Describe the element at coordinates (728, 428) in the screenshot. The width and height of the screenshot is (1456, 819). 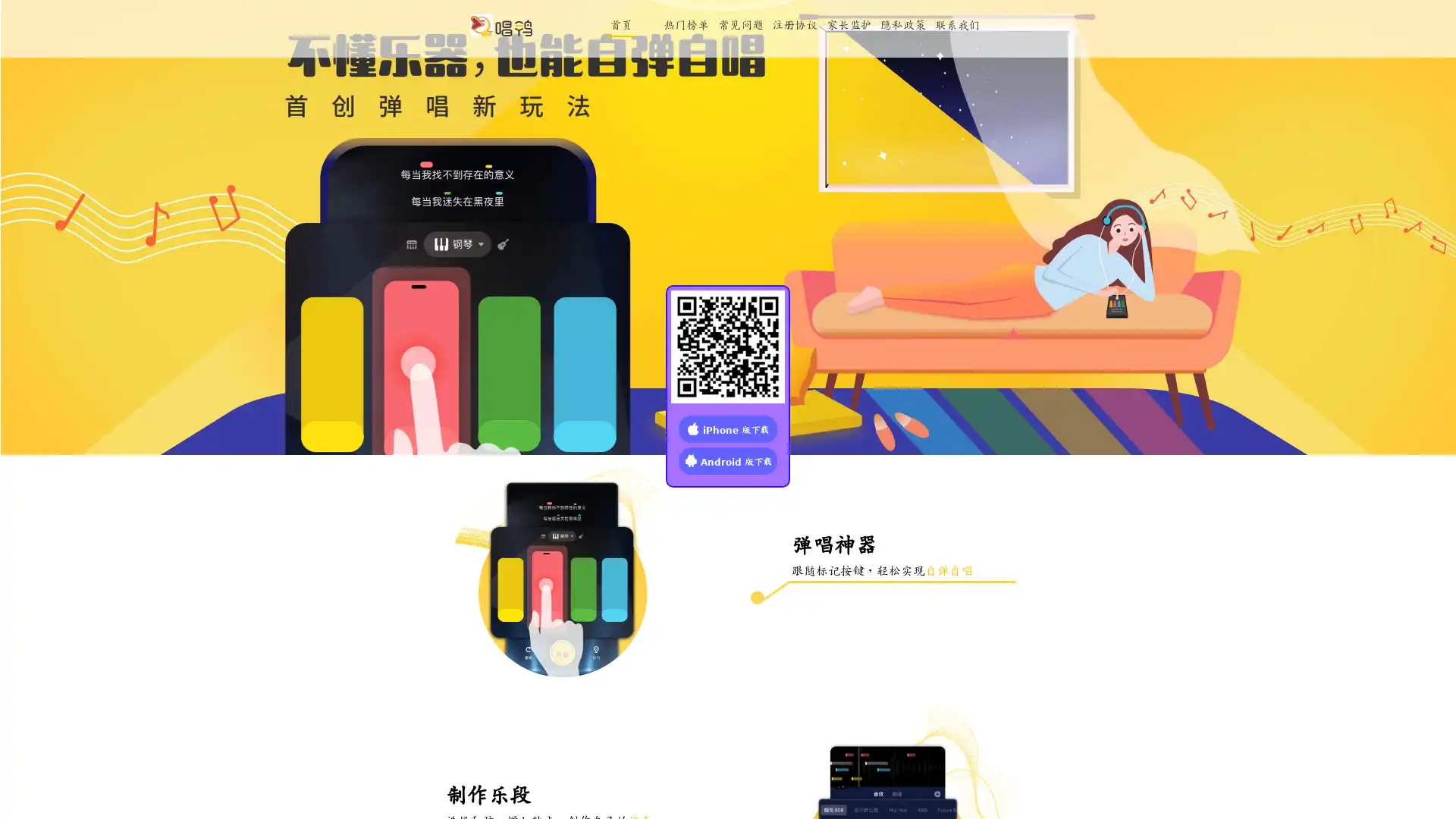
I see `iPhone` at that location.